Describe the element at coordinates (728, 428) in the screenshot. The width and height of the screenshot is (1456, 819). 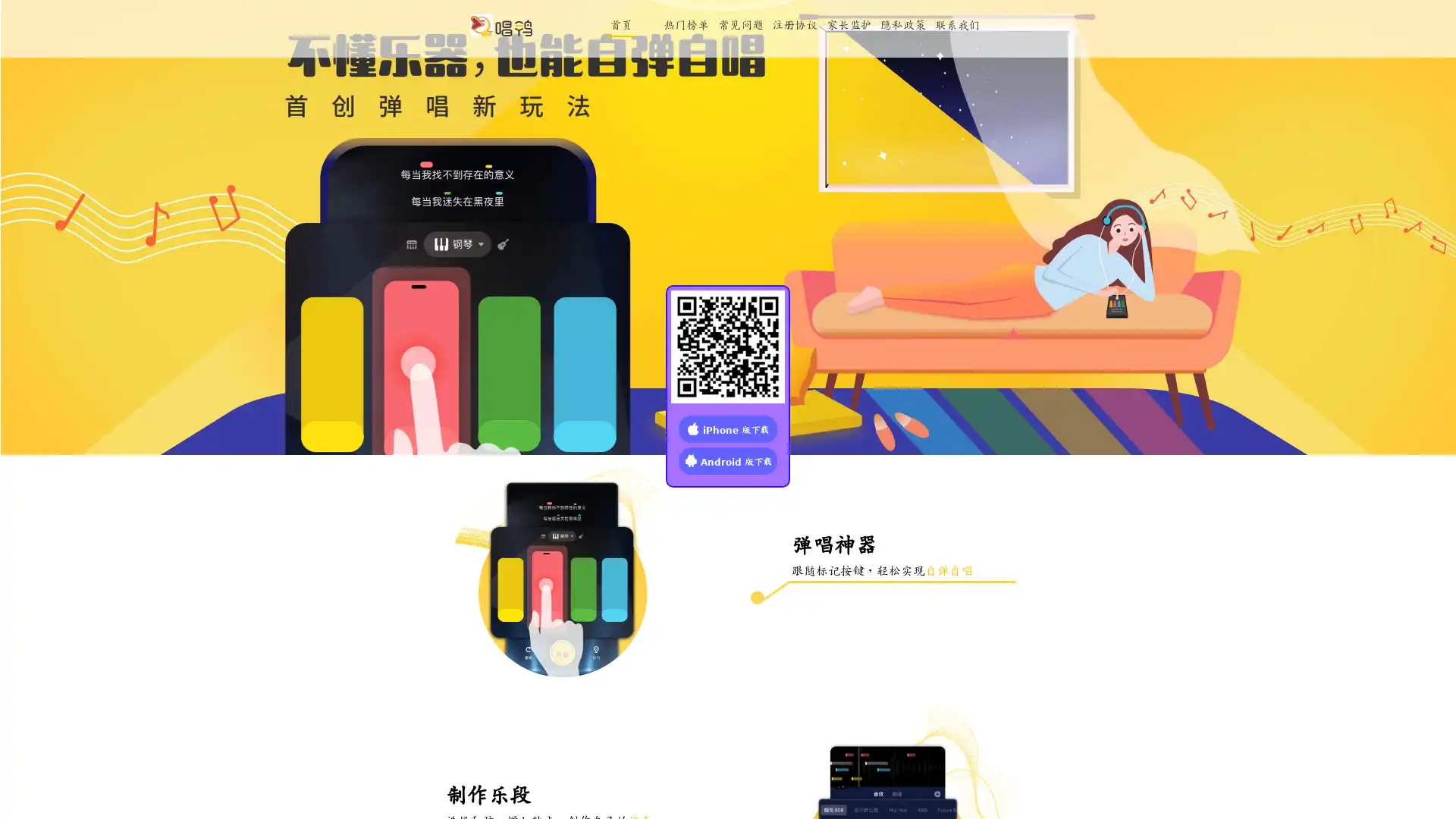
I see `iPhone` at that location.